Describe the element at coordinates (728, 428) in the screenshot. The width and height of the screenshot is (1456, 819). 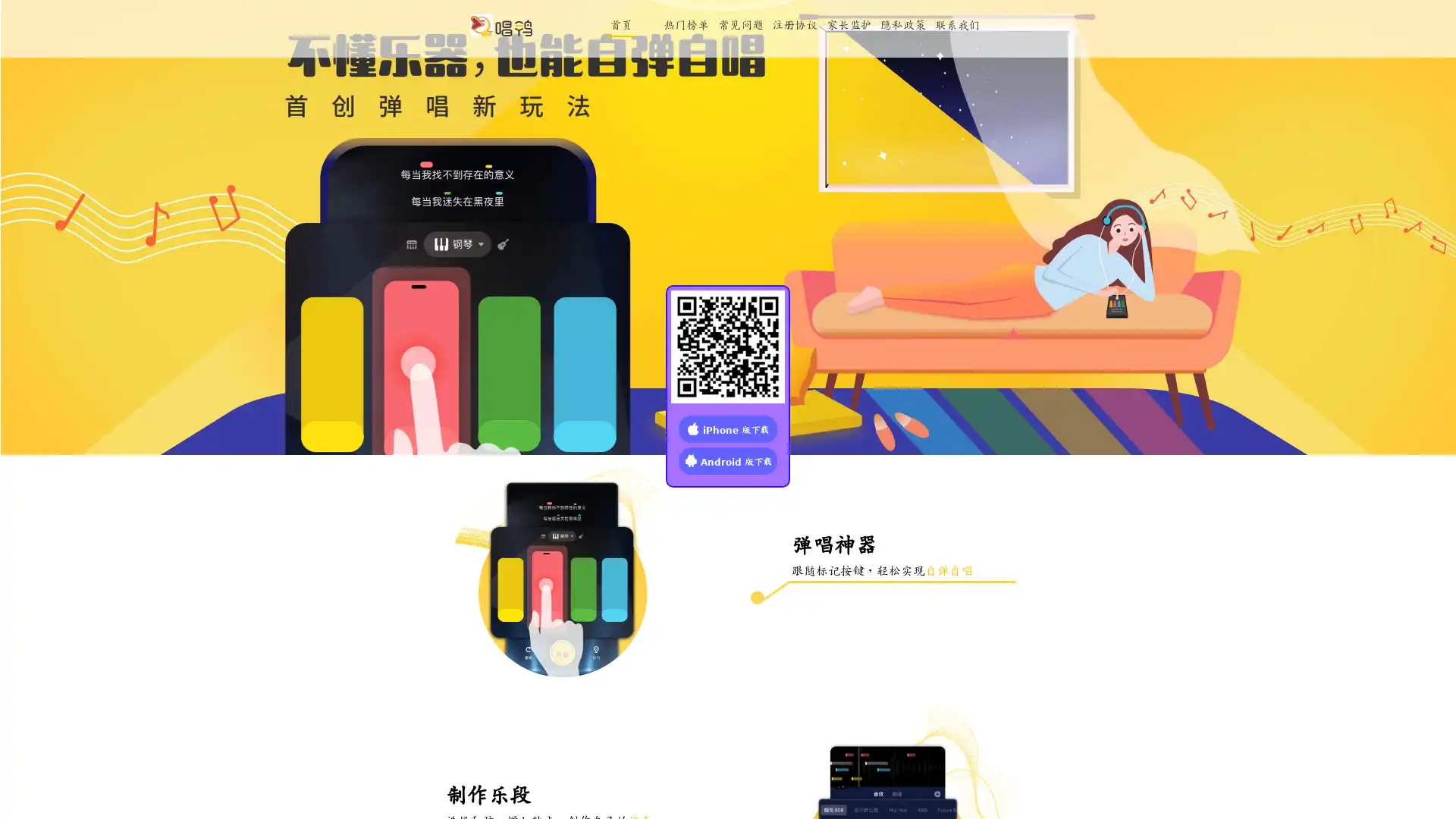
I see `iPhone` at that location.